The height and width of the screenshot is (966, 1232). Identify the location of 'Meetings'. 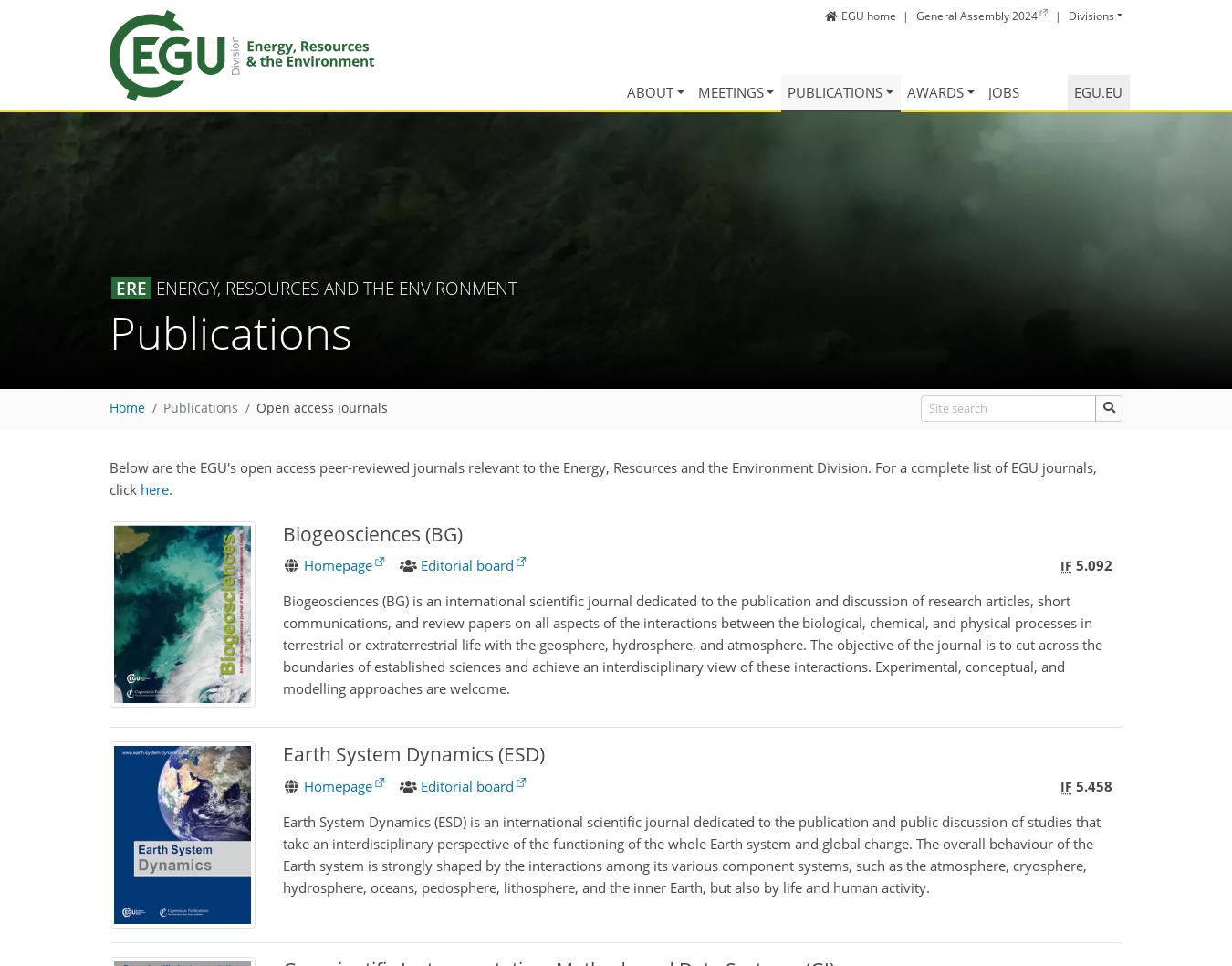
(730, 91).